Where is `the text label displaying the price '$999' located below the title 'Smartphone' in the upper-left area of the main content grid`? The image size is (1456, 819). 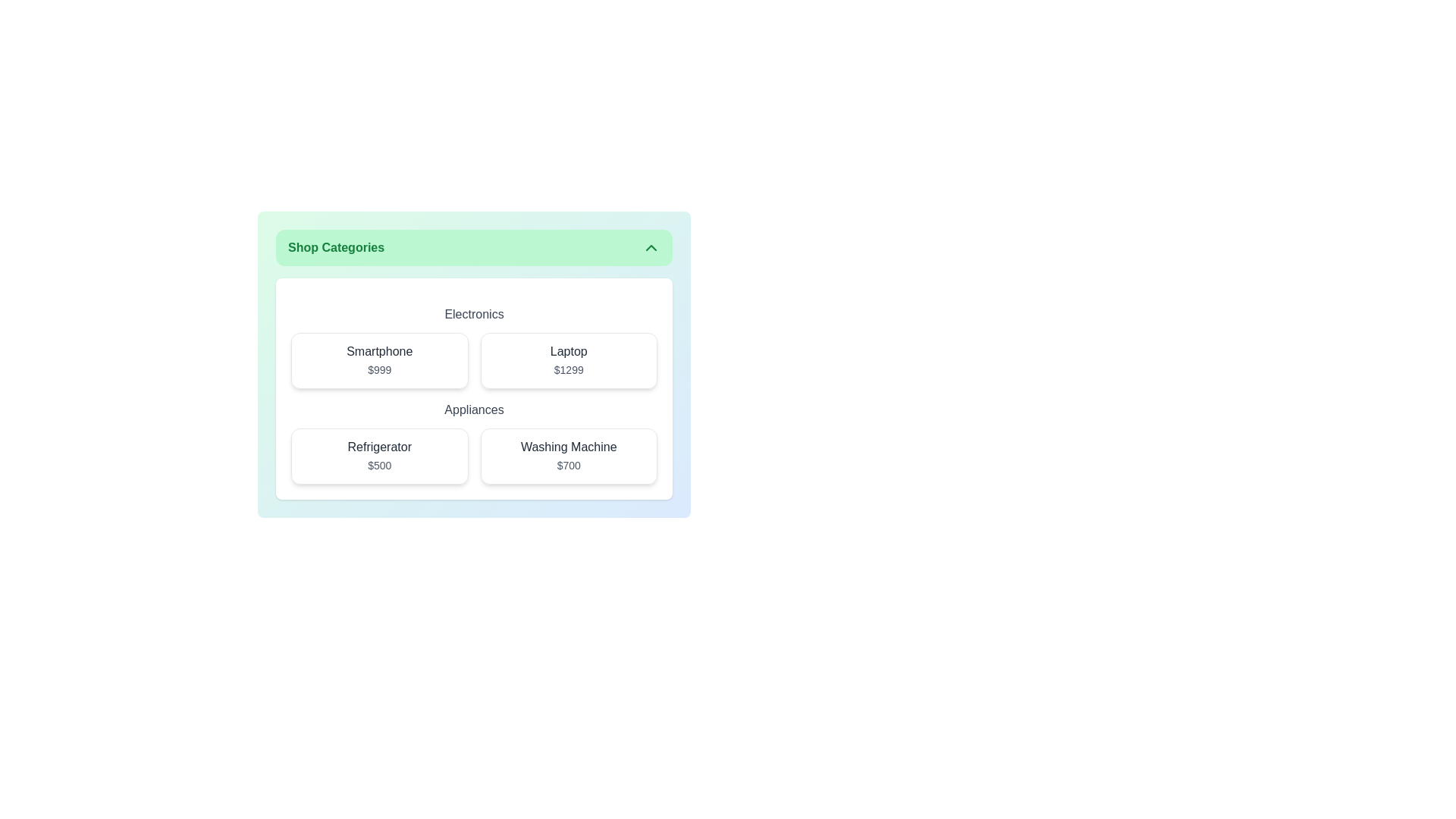 the text label displaying the price '$999' located below the title 'Smartphone' in the upper-left area of the main content grid is located at coordinates (379, 370).